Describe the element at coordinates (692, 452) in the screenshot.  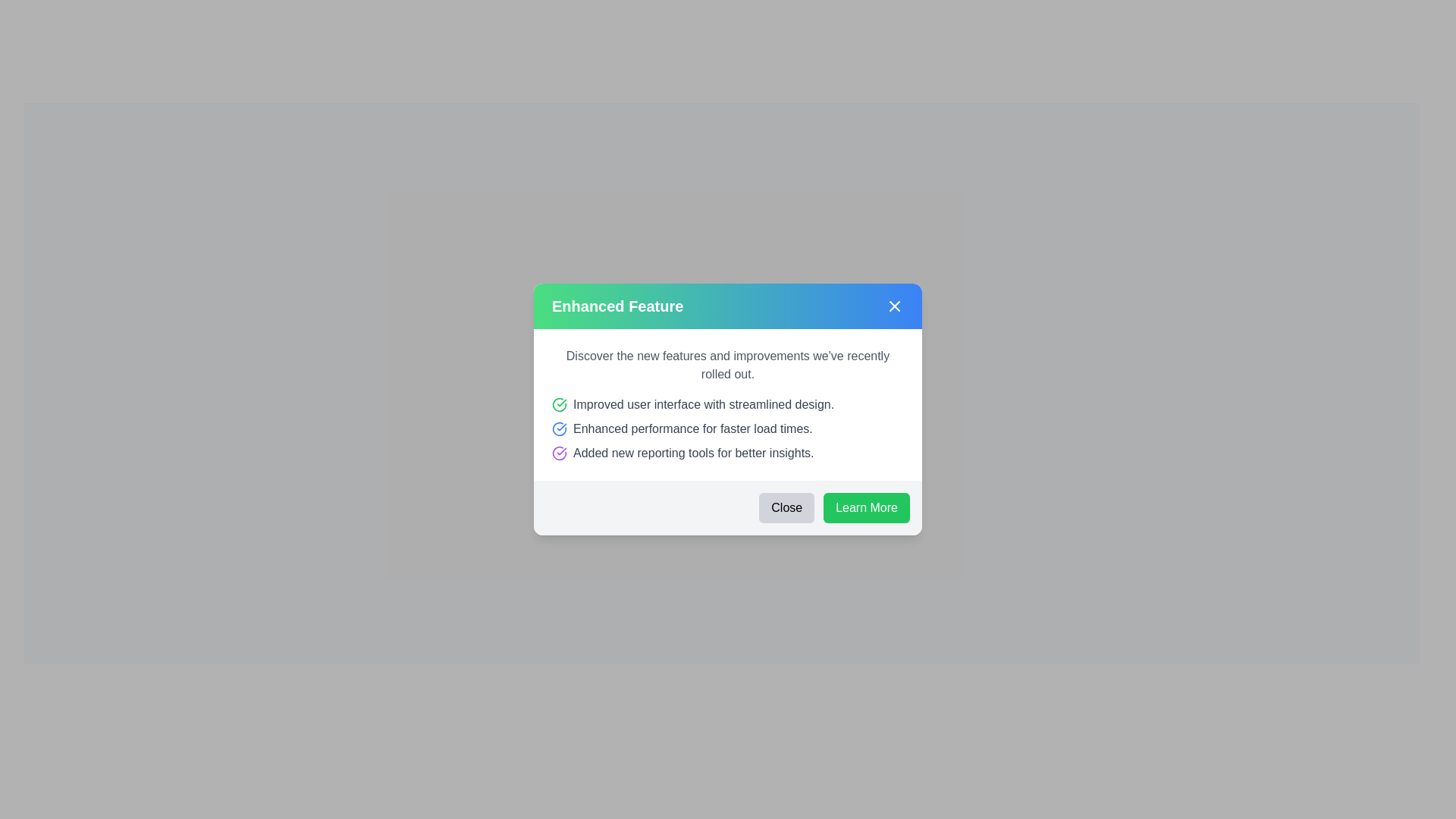
I see `the descriptive text label that informs the user about newly added reporting tools, which is the third item in a vertical list within a modal window` at that location.